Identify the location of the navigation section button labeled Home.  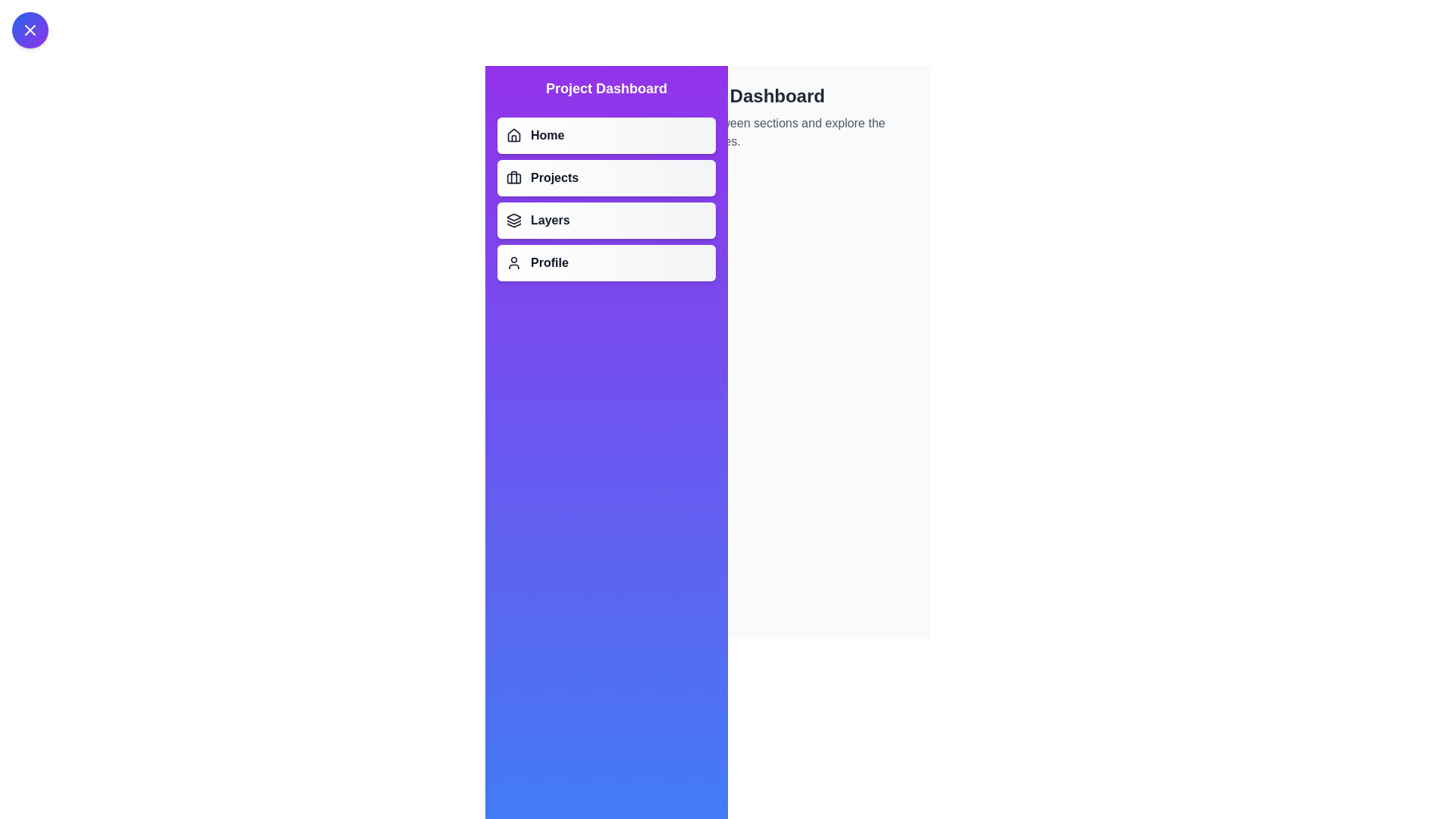
(607, 134).